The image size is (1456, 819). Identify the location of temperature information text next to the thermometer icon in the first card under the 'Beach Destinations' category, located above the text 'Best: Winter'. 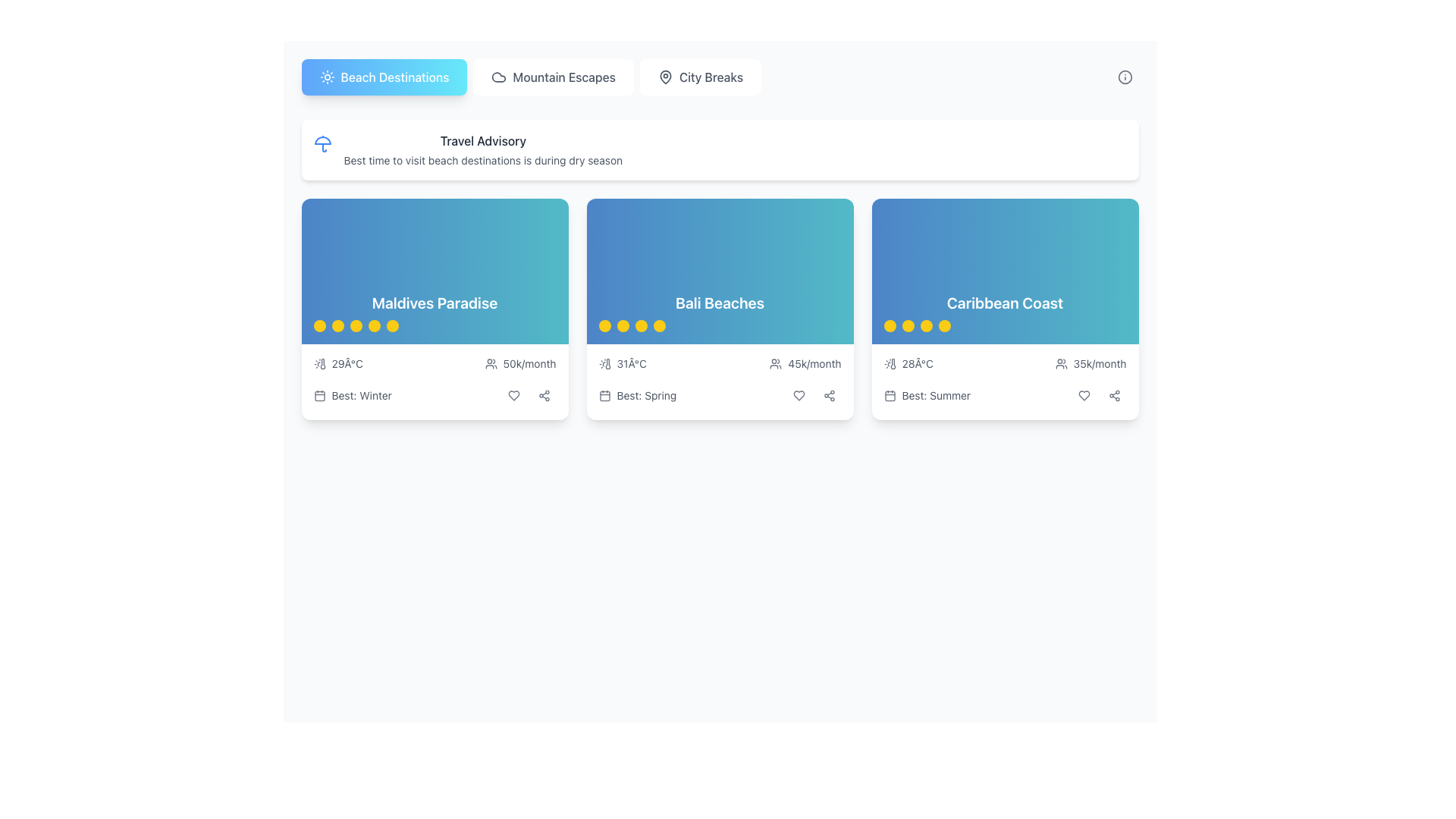
(337, 363).